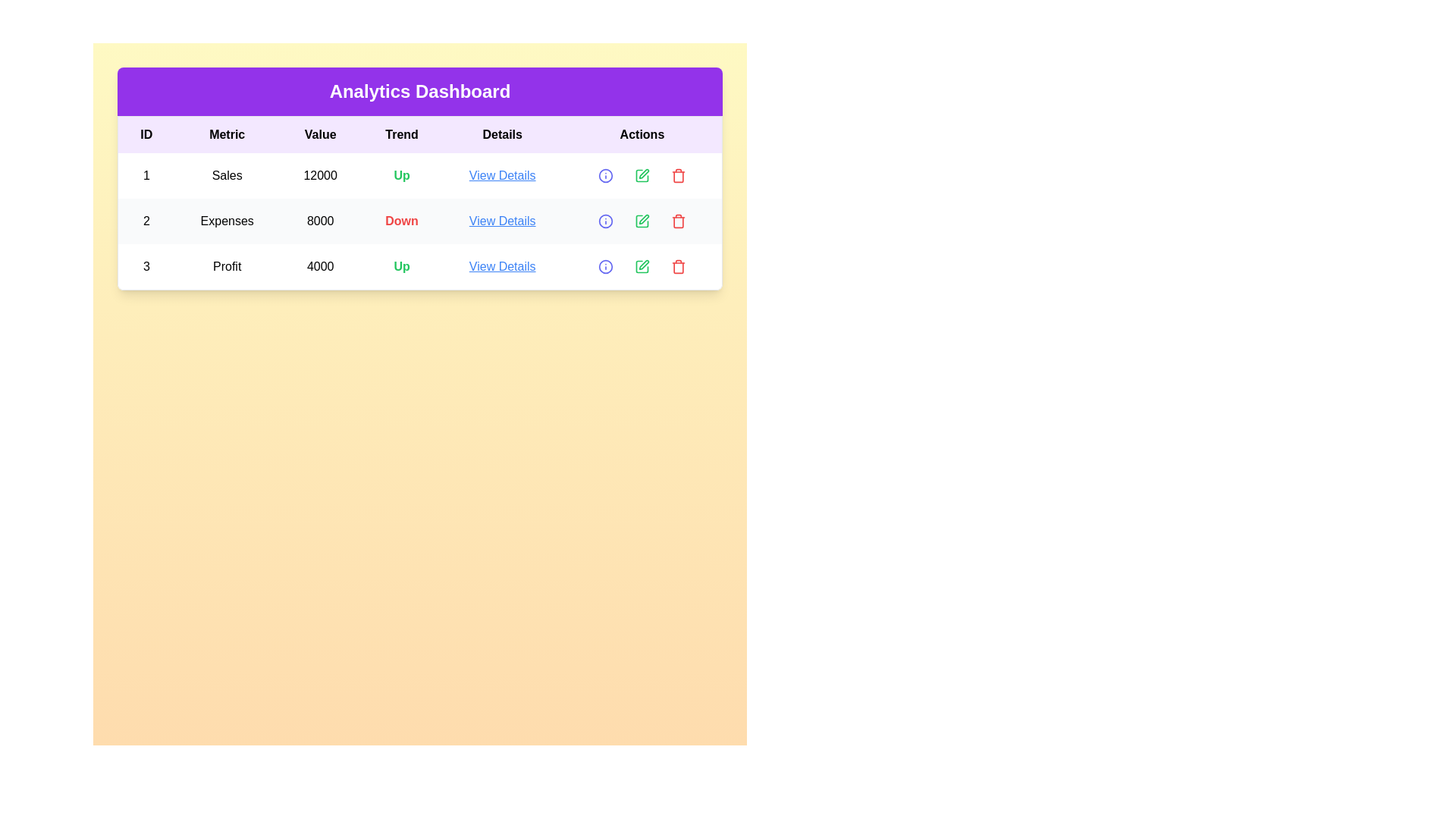 This screenshot has height=819, width=1456. I want to click on the first table cell containing the text '1' under the 'ID' column in the 'Sales' row, so click(146, 174).